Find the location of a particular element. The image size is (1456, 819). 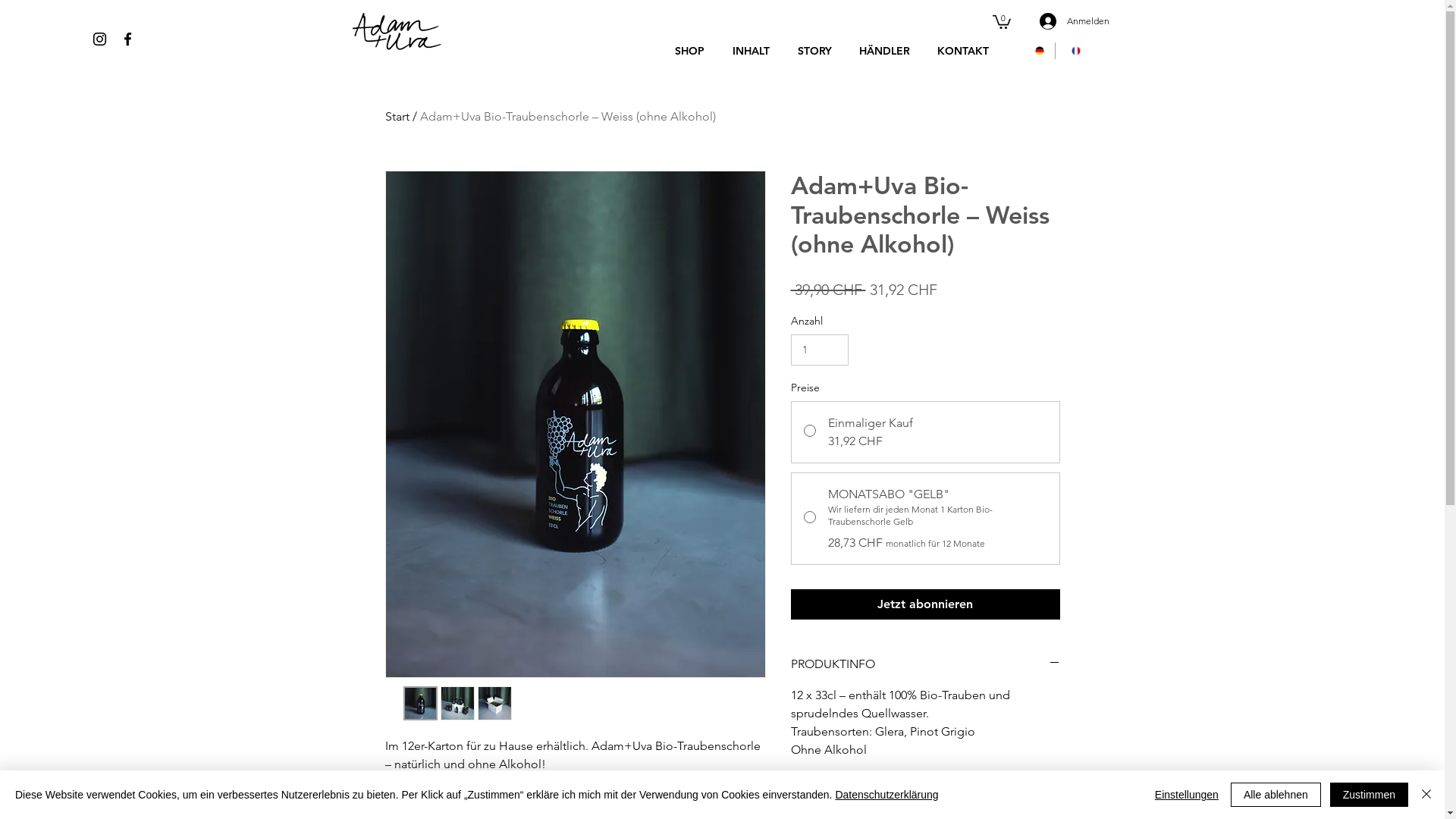

'Start' is located at coordinates (397, 115).